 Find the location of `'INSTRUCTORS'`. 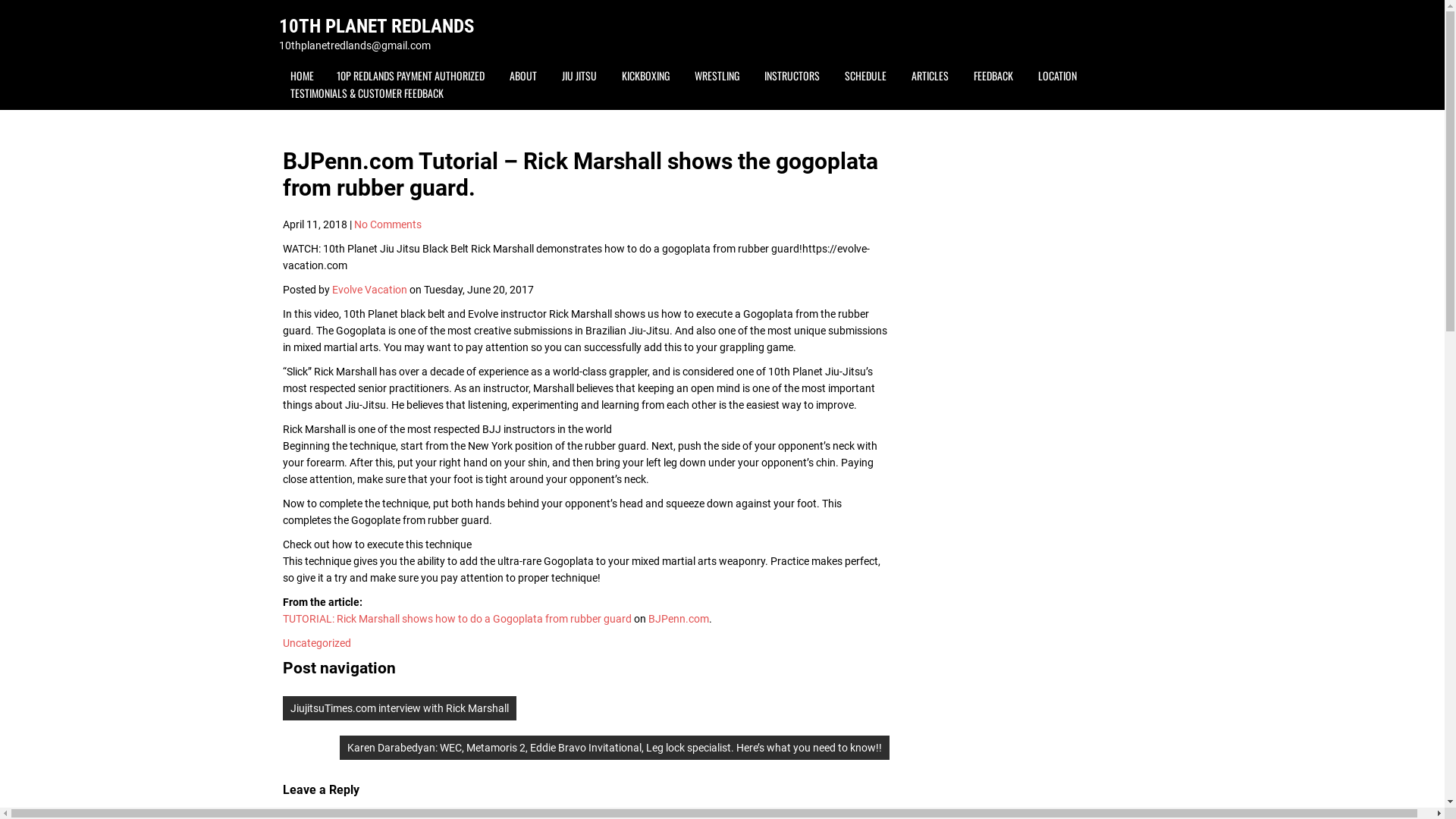

'INSTRUCTORS' is located at coordinates (790, 75).